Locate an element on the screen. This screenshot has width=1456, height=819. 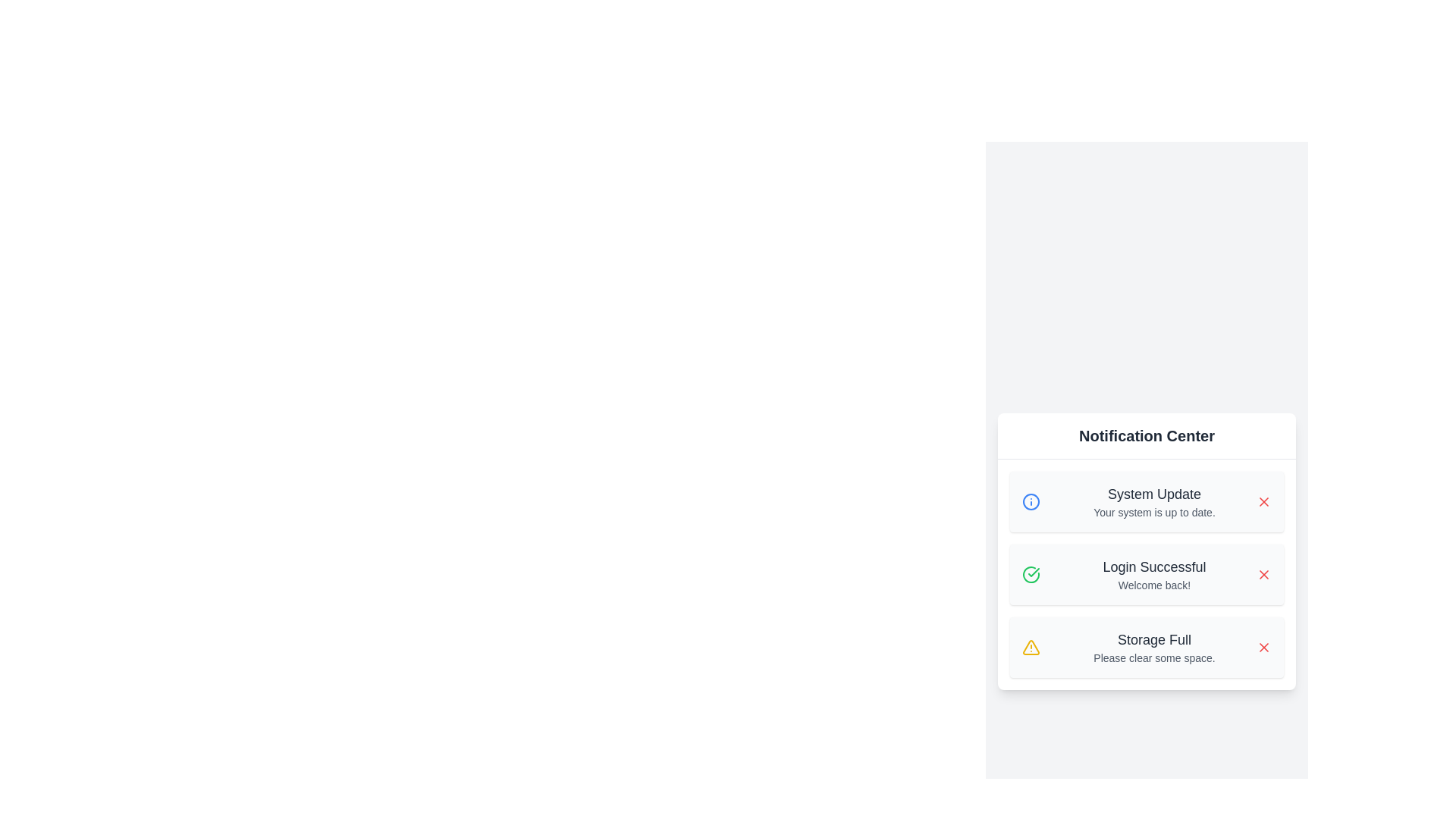
the text label that provides a friendly confirmation message located below the 'Login Successful' text in the Notification Center is located at coordinates (1153, 584).